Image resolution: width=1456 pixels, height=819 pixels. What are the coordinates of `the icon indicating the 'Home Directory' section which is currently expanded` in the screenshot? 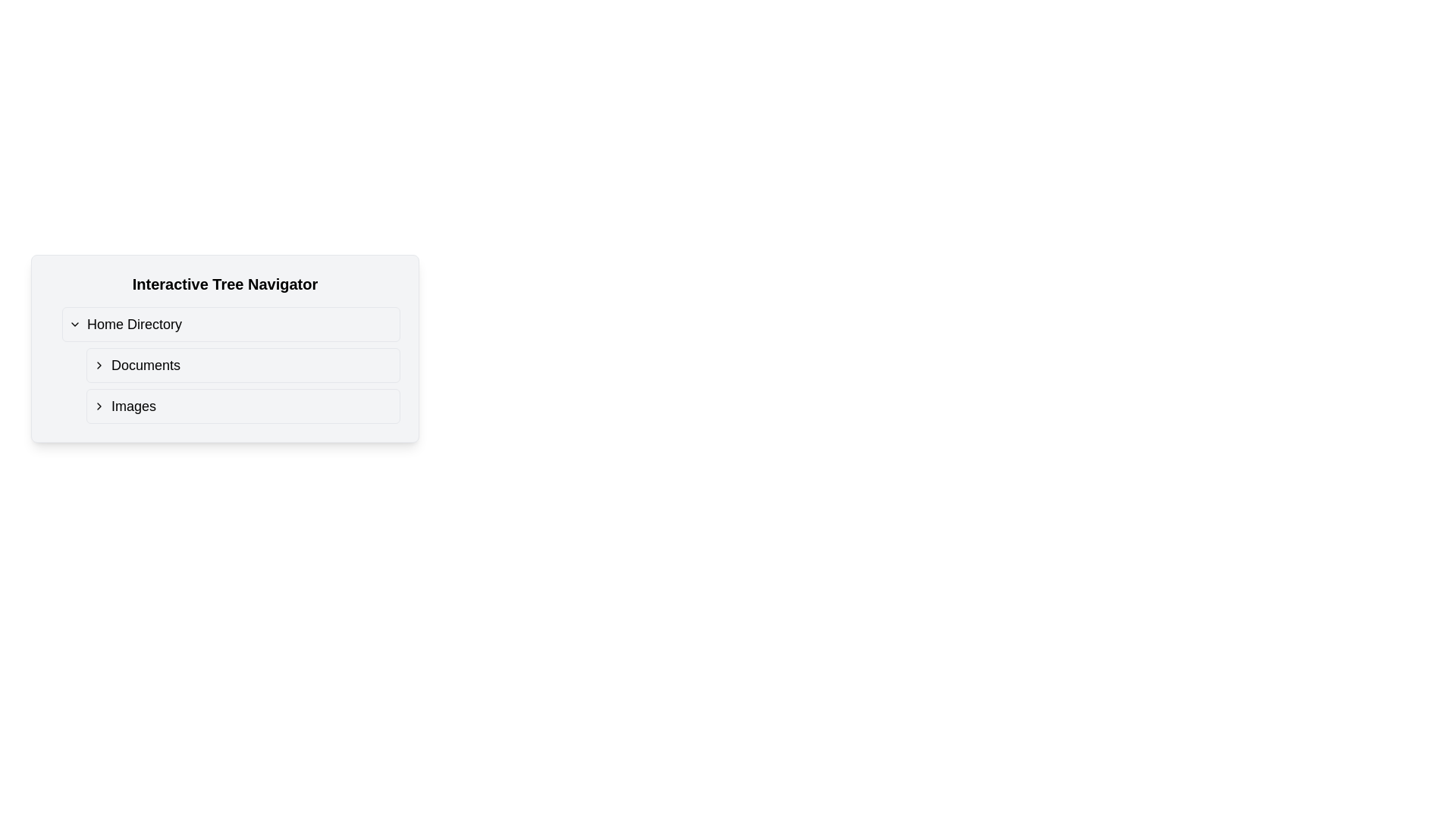 It's located at (74, 324).